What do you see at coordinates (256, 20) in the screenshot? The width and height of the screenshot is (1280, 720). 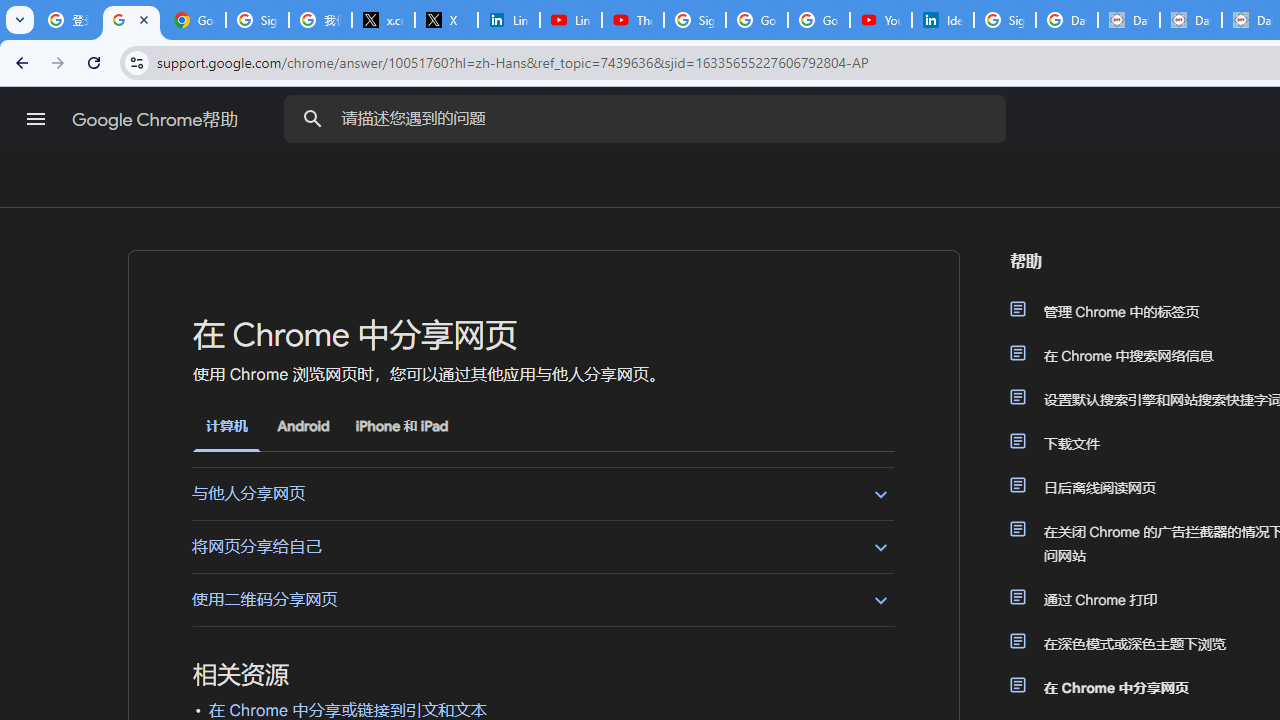 I see `'Sign in - Google Accounts'` at bounding box center [256, 20].